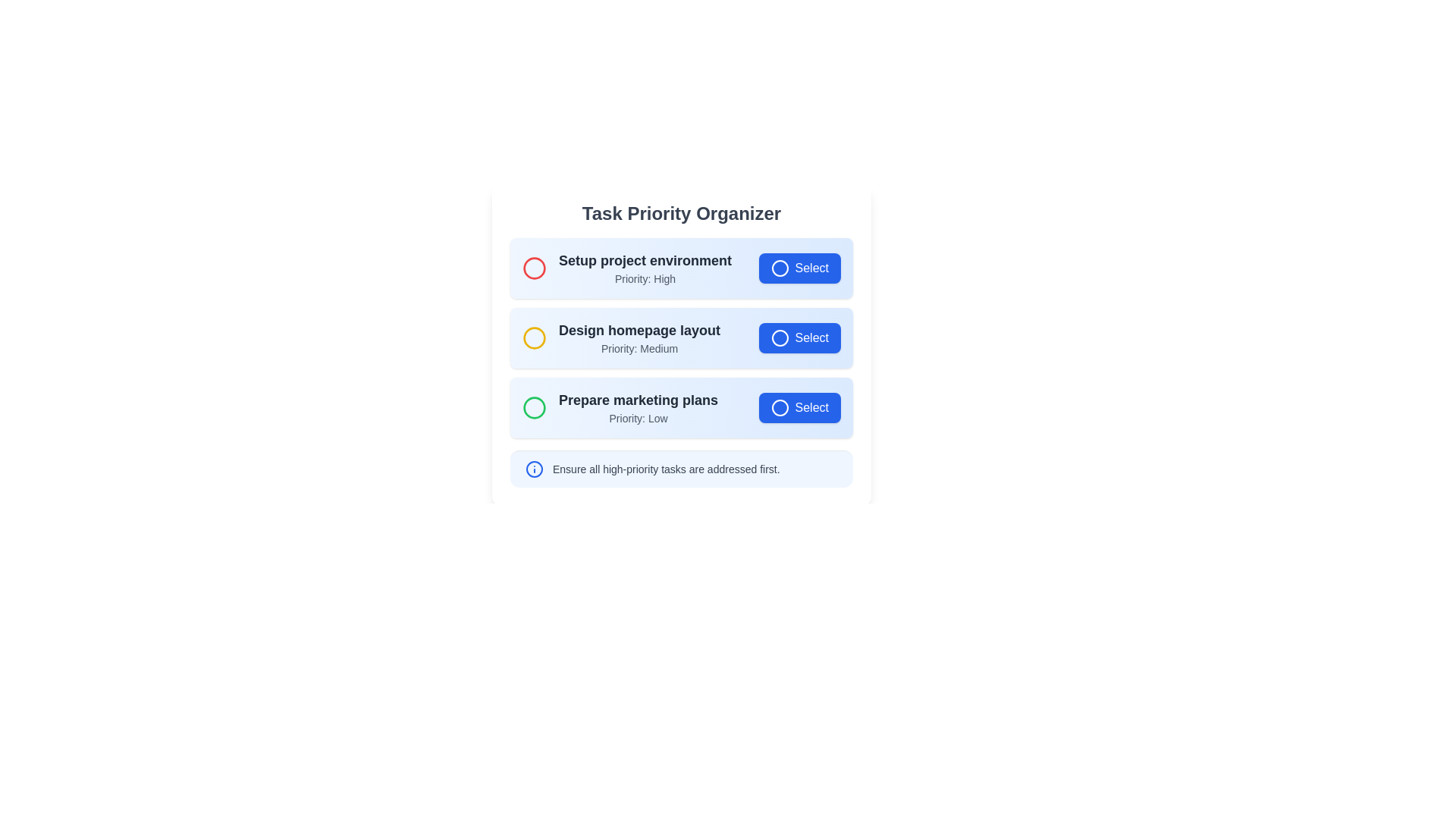 This screenshot has width=1456, height=819. What do you see at coordinates (626, 268) in the screenshot?
I see `text 'Setup project environment' with priority 'High' from the first task item in the Task Priority Organizer card` at bounding box center [626, 268].